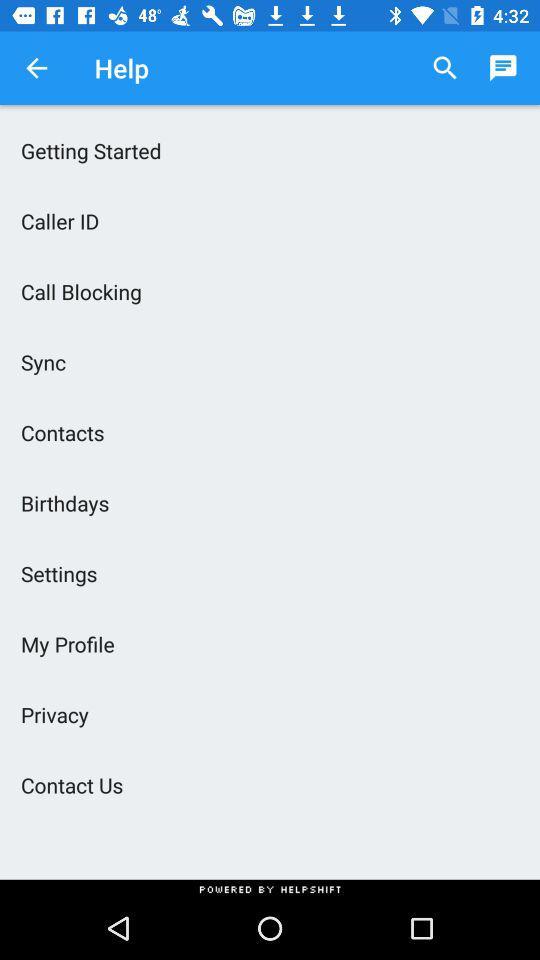 The image size is (540, 960). Describe the element at coordinates (270, 149) in the screenshot. I see `the getting started icon` at that location.